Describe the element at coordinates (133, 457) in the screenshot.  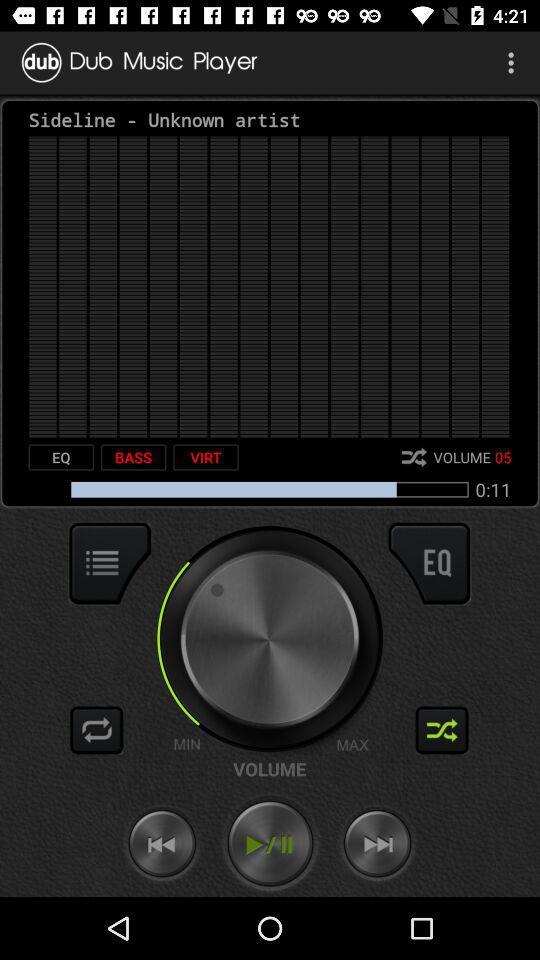
I see `the icon next to the   eq   item` at that location.